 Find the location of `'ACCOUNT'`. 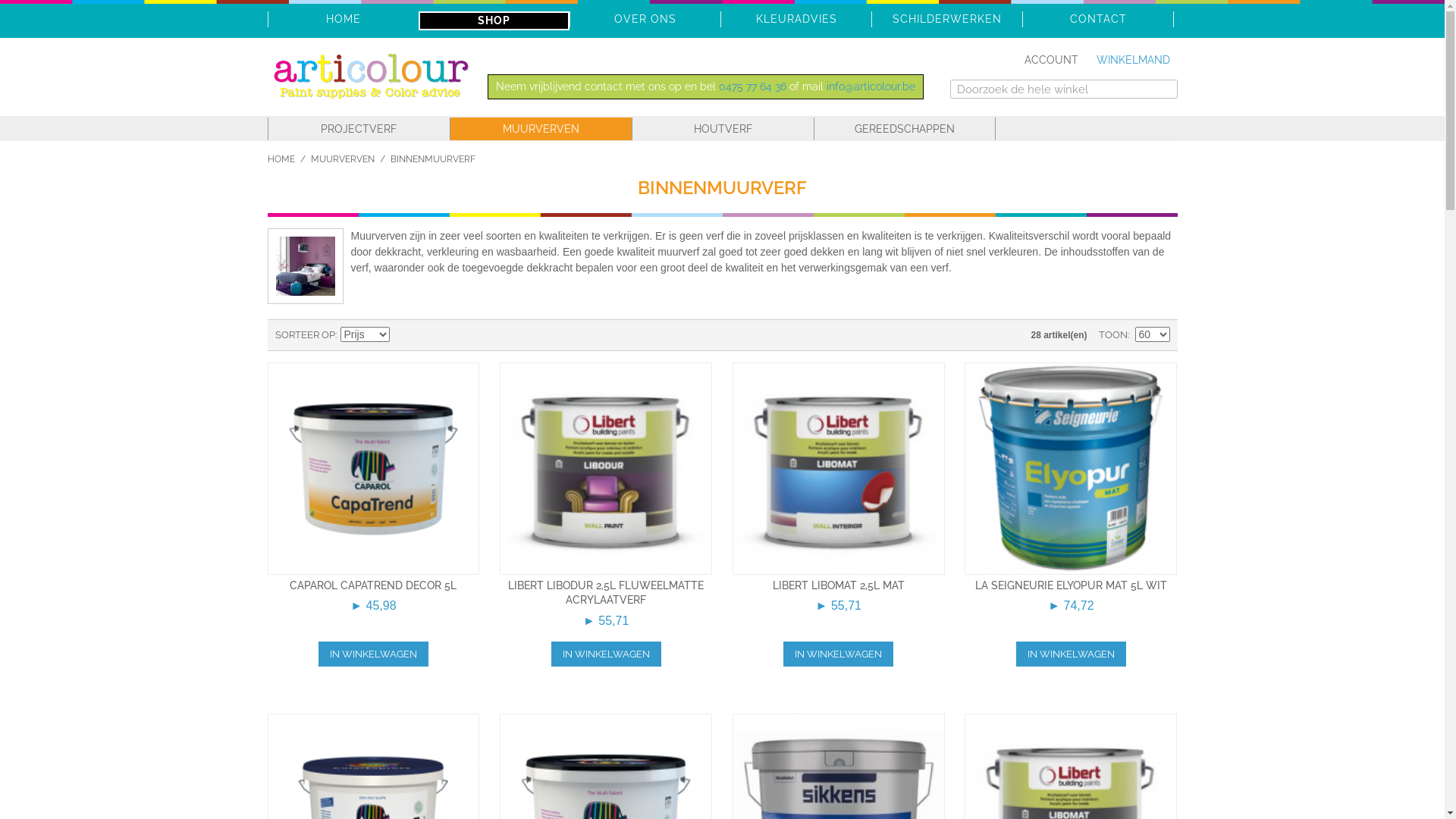

'ACCOUNT' is located at coordinates (1050, 60).